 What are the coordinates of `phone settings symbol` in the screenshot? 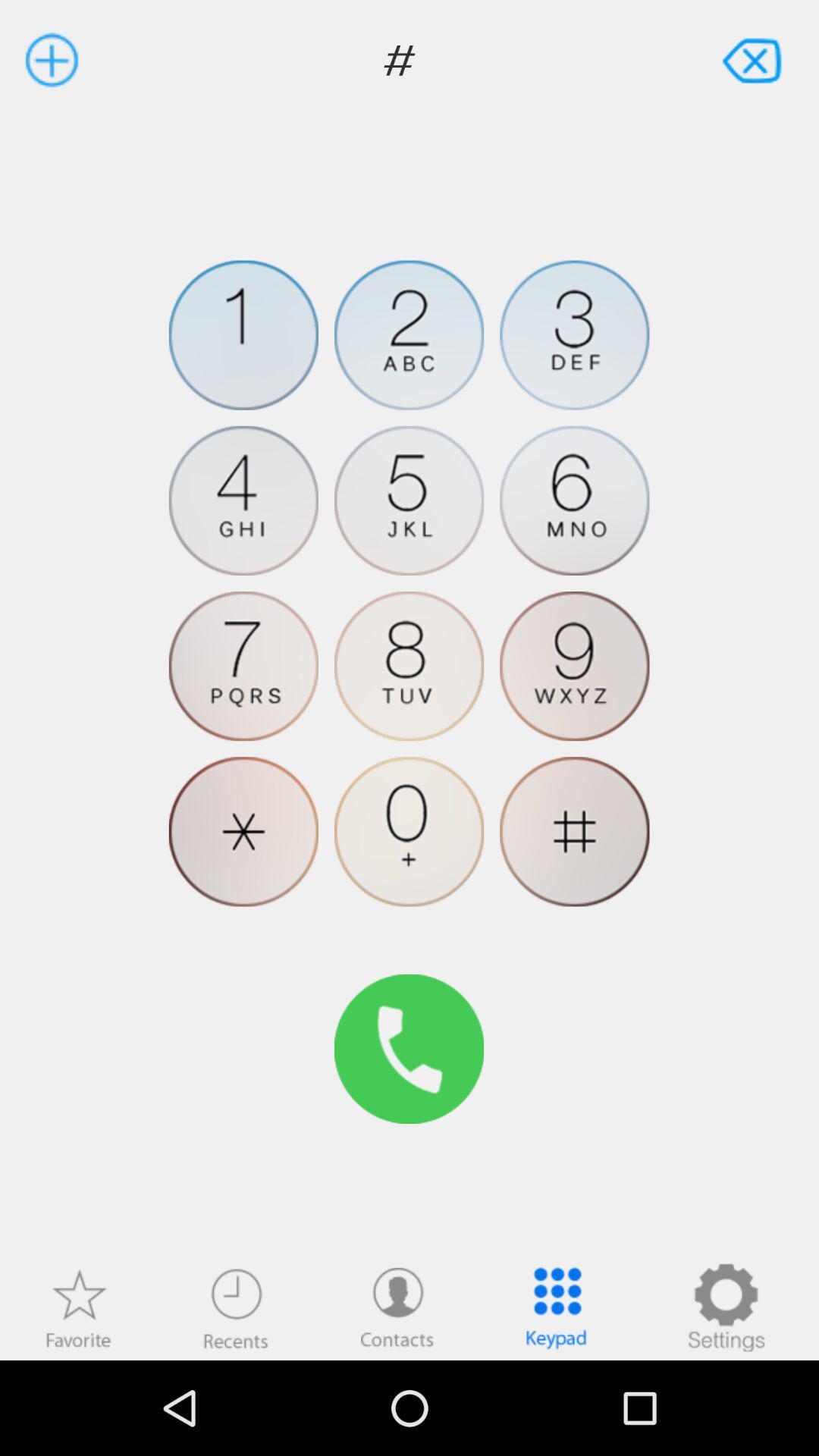 It's located at (725, 1307).